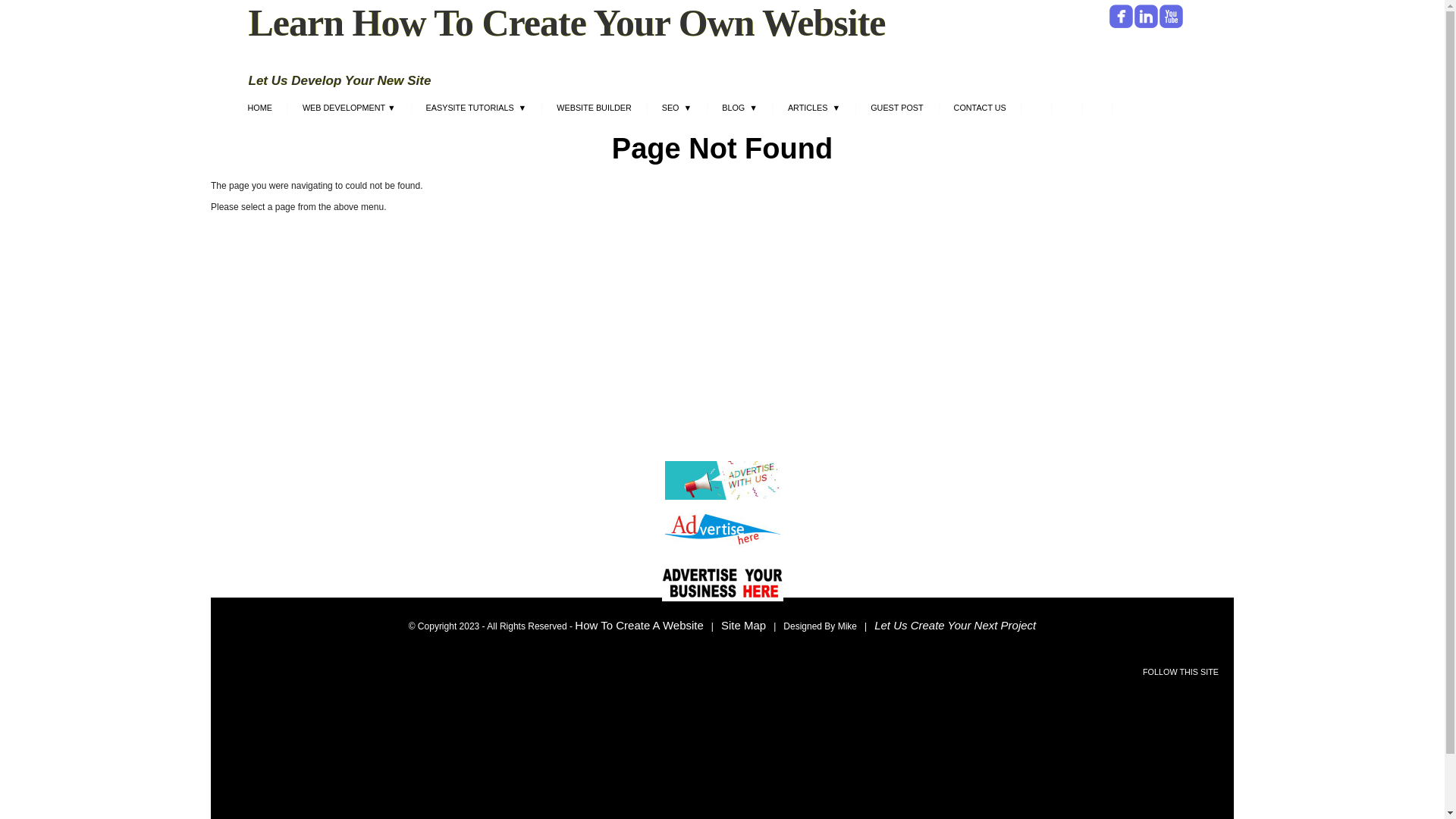 Image resolution: width=1456 pixels, height=819 pixels. I want to click on 'HOME', so click(231, 109).